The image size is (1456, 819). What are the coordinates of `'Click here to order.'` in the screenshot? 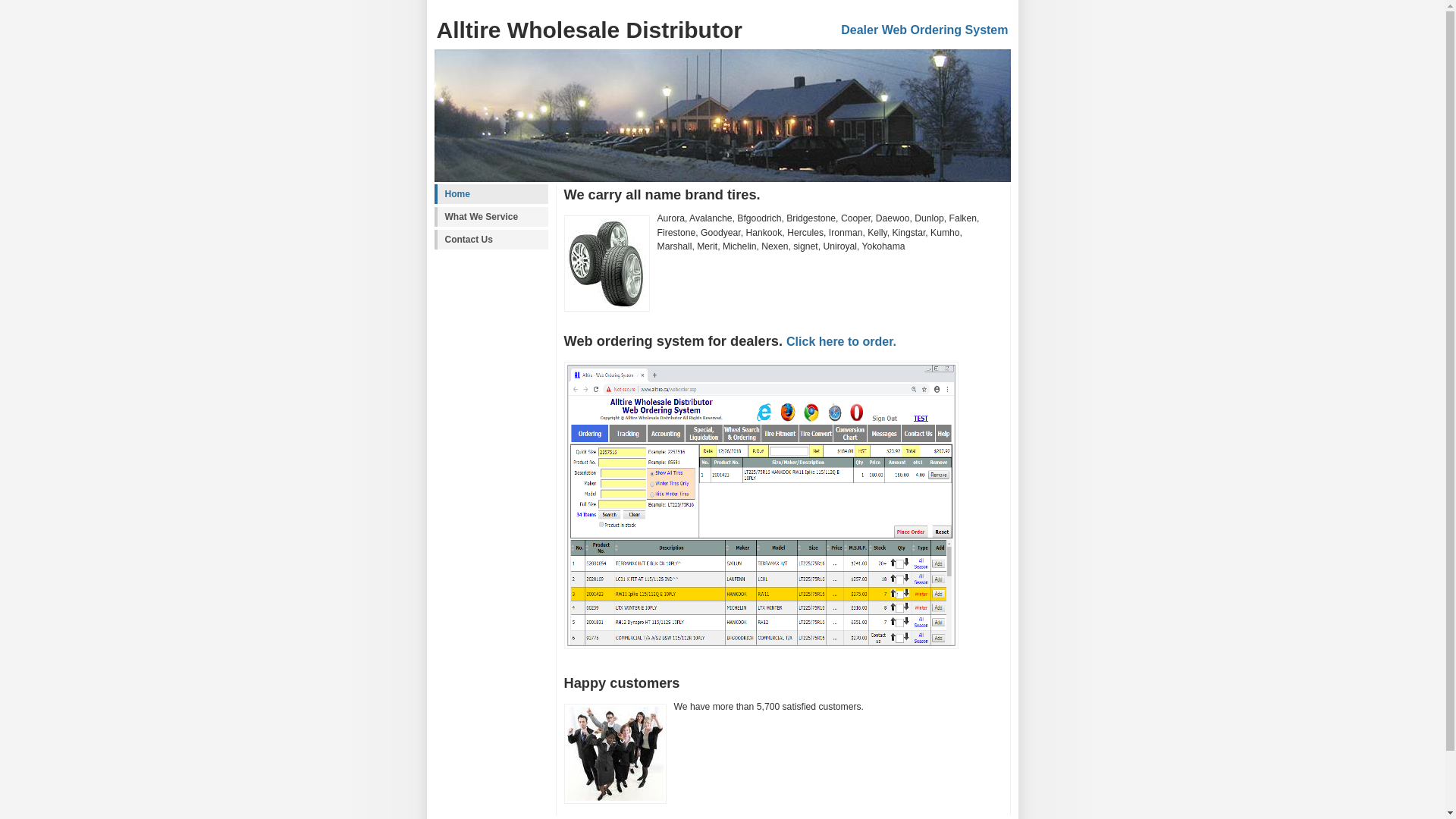 It's located at (840, 341).